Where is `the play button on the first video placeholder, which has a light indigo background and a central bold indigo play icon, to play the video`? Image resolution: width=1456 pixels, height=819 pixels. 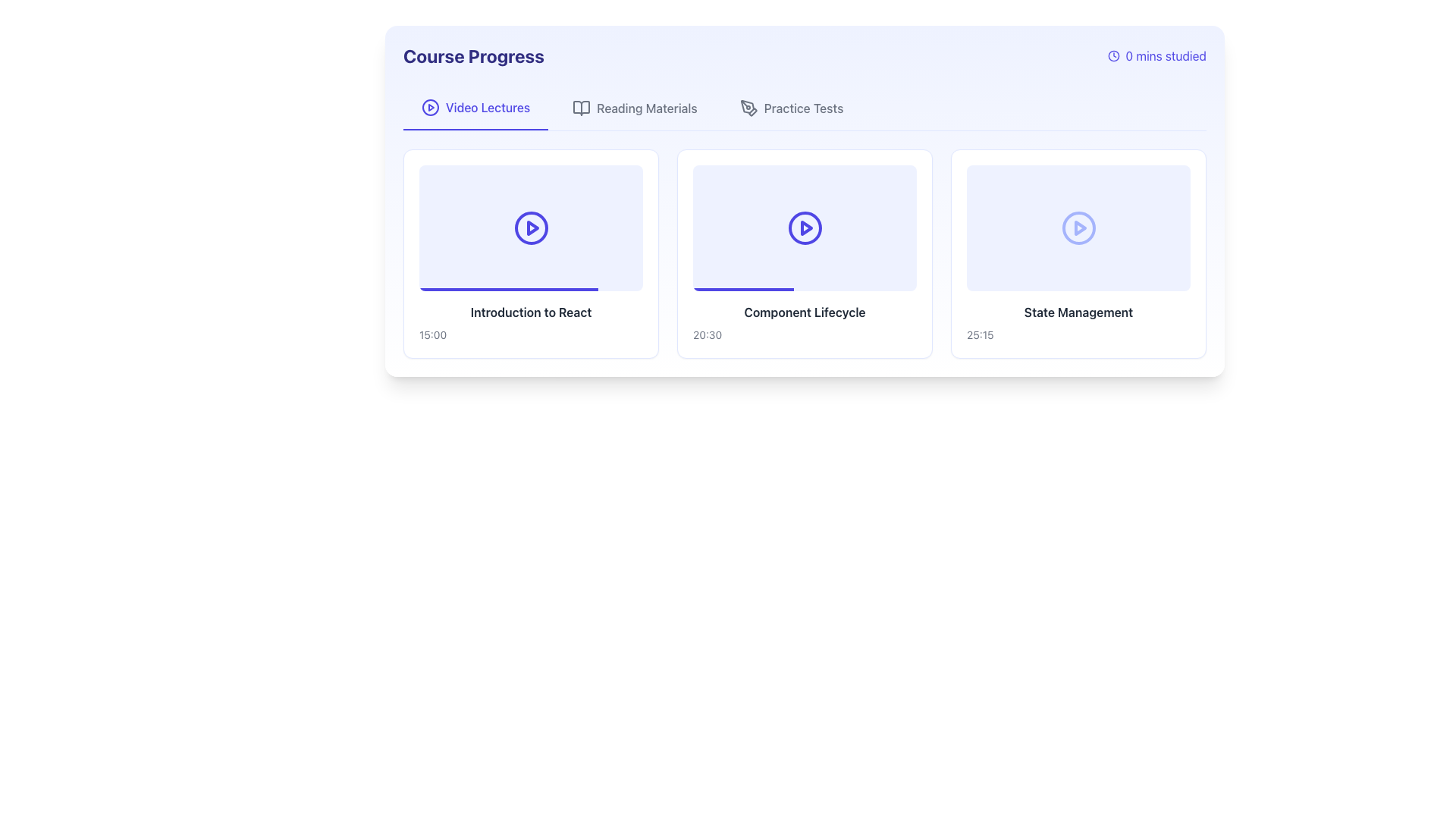
the play button on the first video placeholder, which has a light indigo background and a central bold indigo play icon, to play the video is located at coordinates (531, 227).